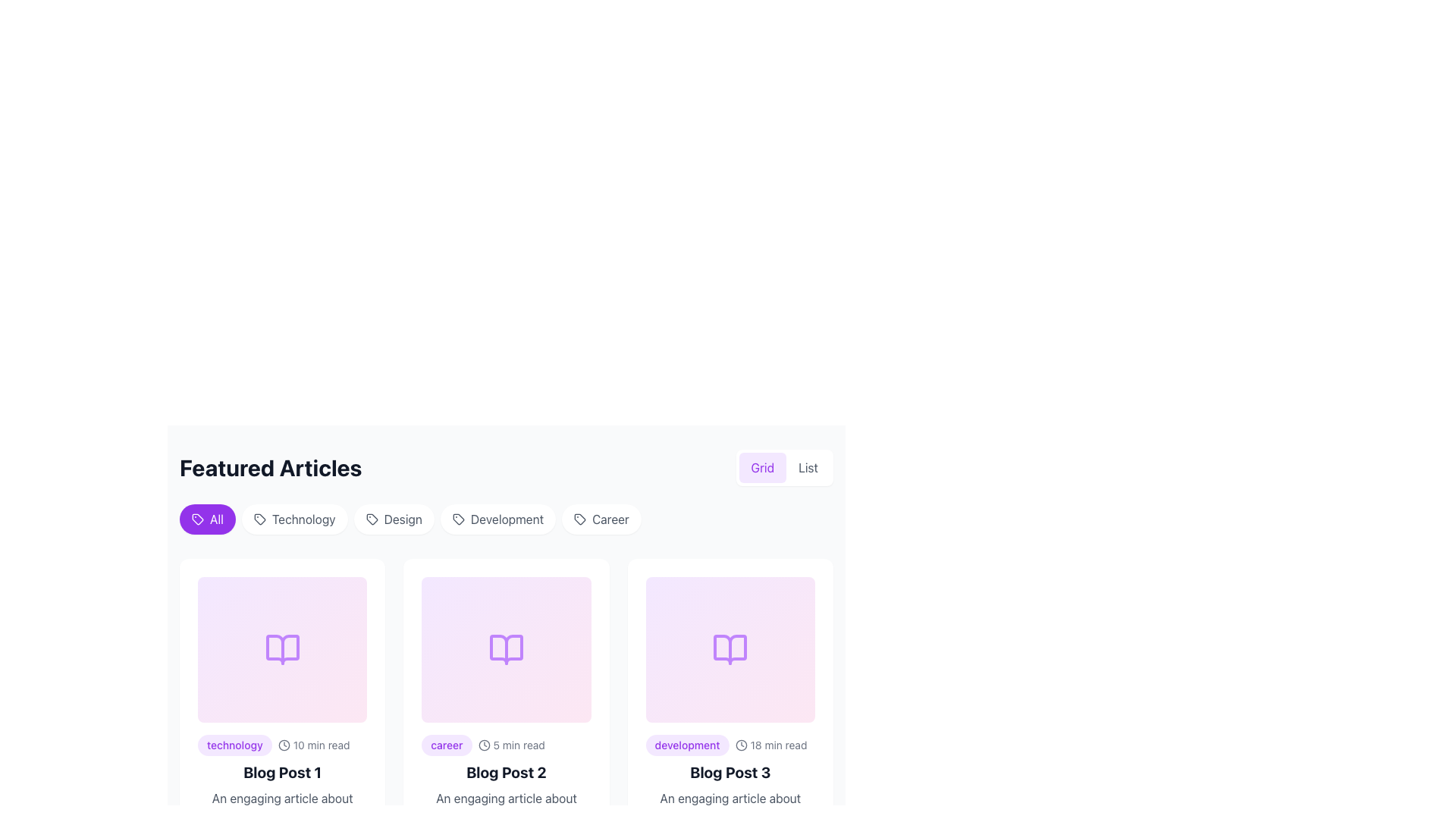 This screenshot has width=1456, height=819. Describe the element at coordinates (511, 745) in the screenshot. I see `estimated reading time text located within the 'Blog Post 2' card under the 'Featured Articles' section, positioned beneath the 'career' tag` at that location.